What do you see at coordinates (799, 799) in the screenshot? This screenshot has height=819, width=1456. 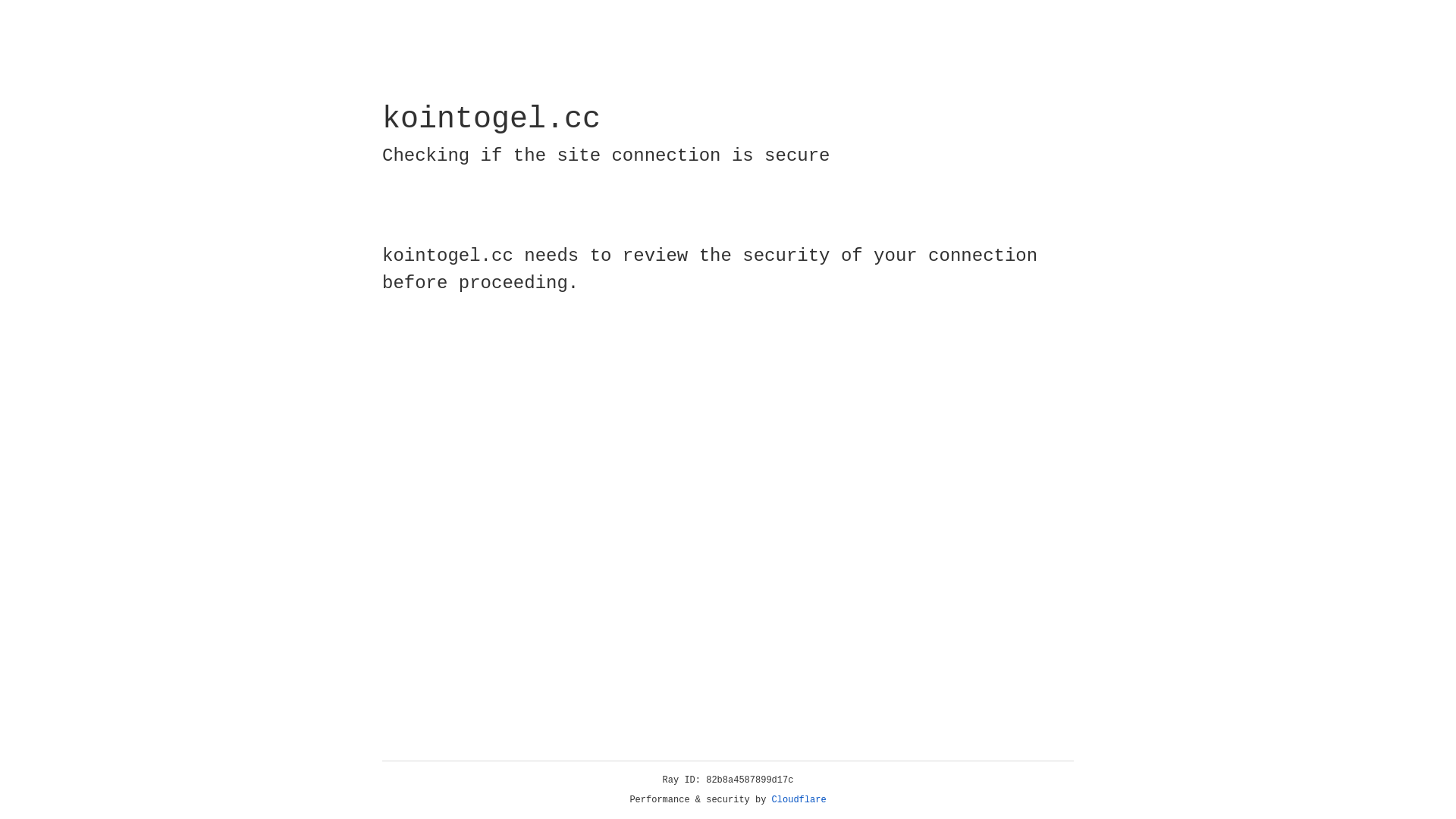 I see `'Cloudflare'` at bounding box center [799, 799].